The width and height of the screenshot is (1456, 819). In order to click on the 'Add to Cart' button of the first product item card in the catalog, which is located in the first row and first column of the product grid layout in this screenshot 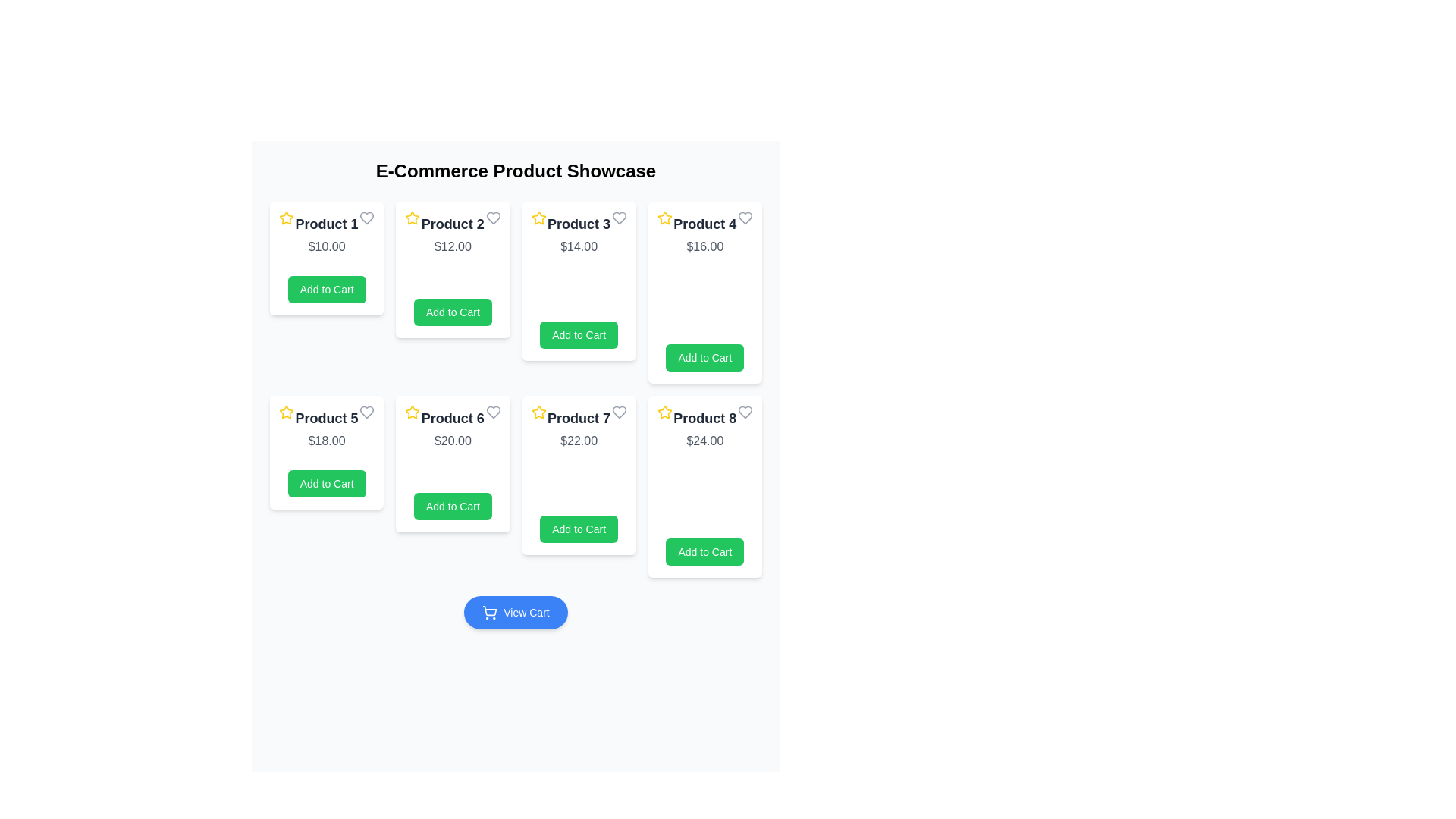, I will do `click(326, 257)`.